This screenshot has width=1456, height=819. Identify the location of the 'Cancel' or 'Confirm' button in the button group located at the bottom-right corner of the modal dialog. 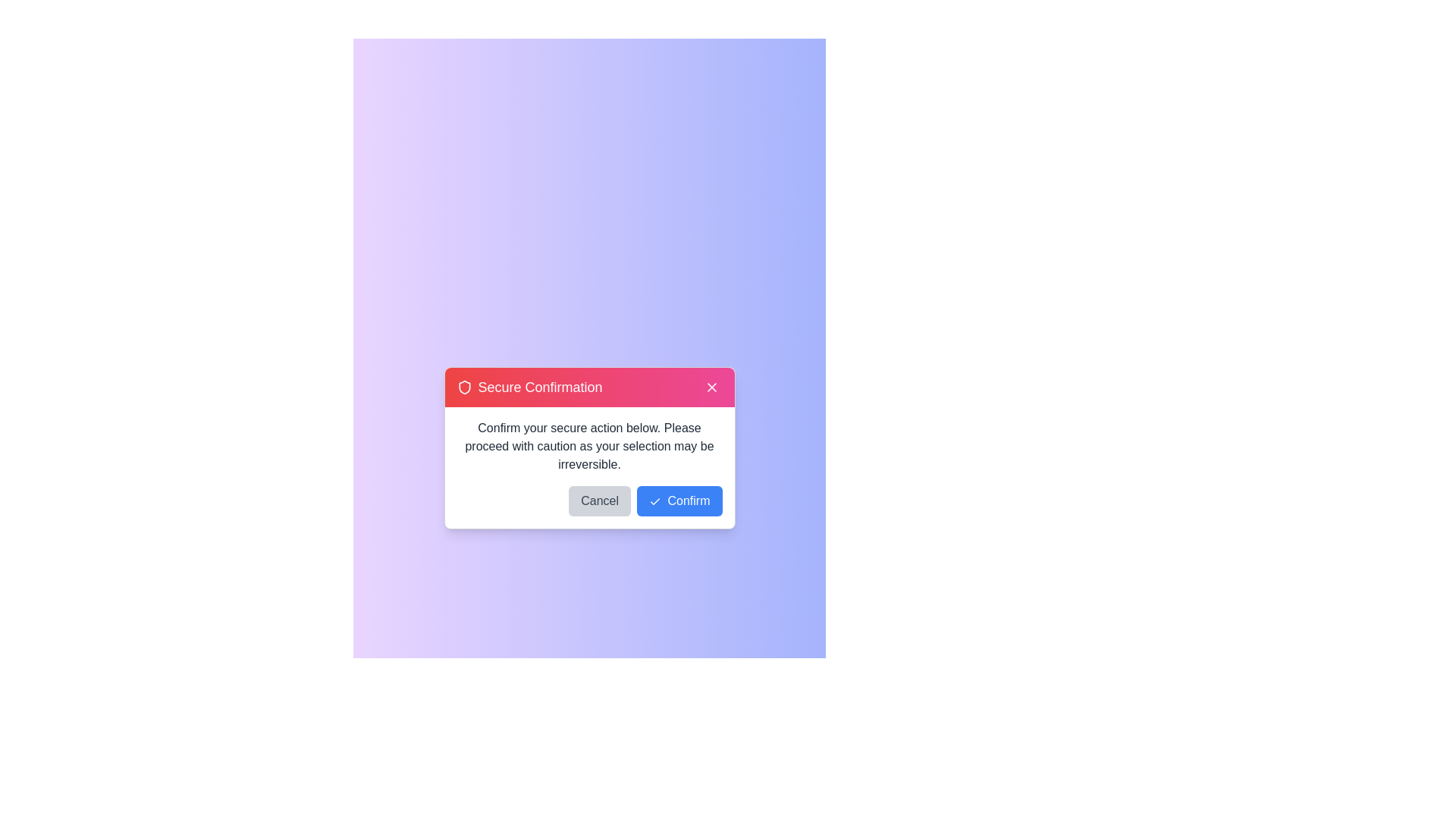
(588, 507).